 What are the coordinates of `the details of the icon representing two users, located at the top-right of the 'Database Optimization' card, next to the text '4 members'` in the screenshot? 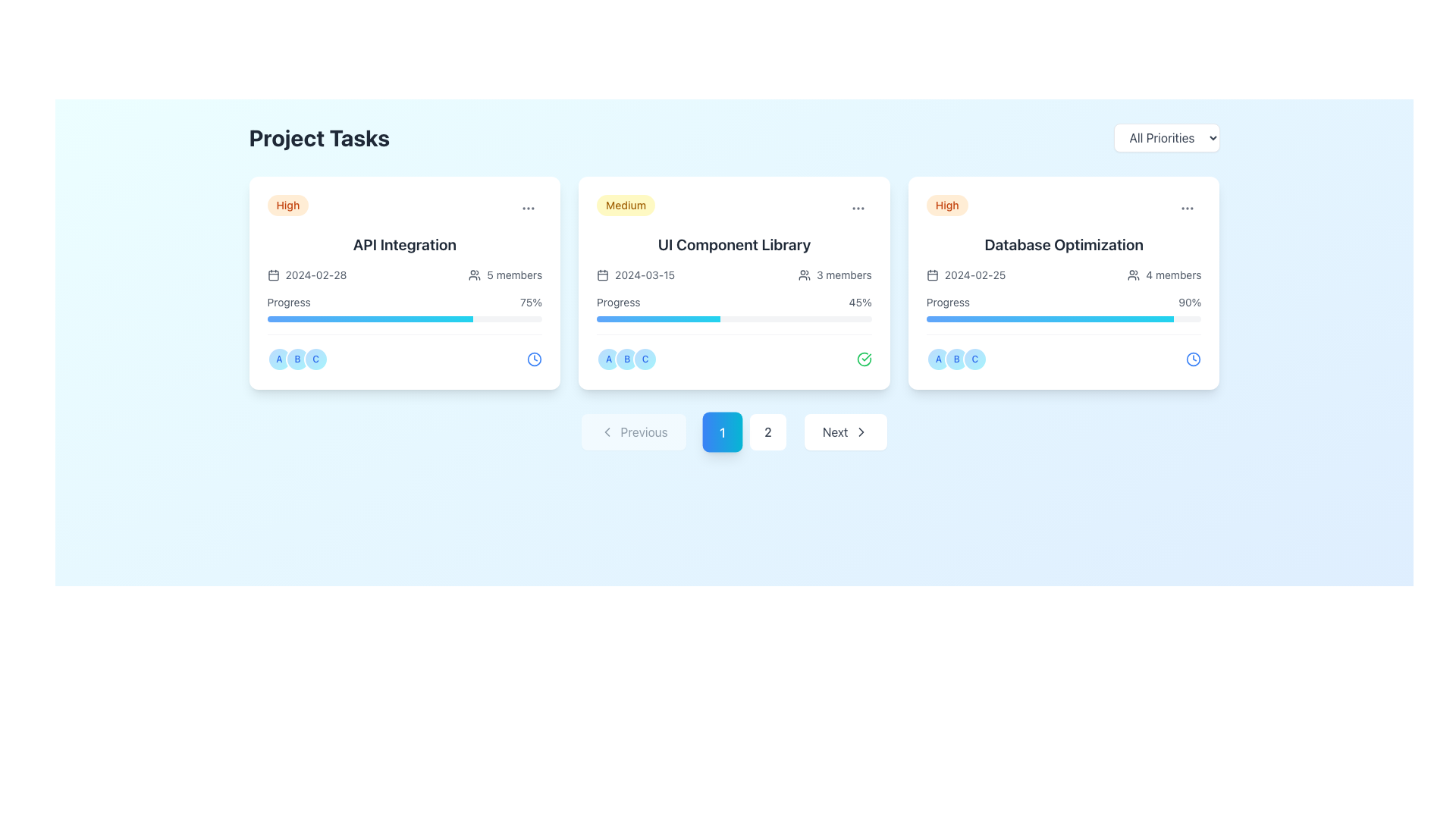 It's located at (1134, 275).